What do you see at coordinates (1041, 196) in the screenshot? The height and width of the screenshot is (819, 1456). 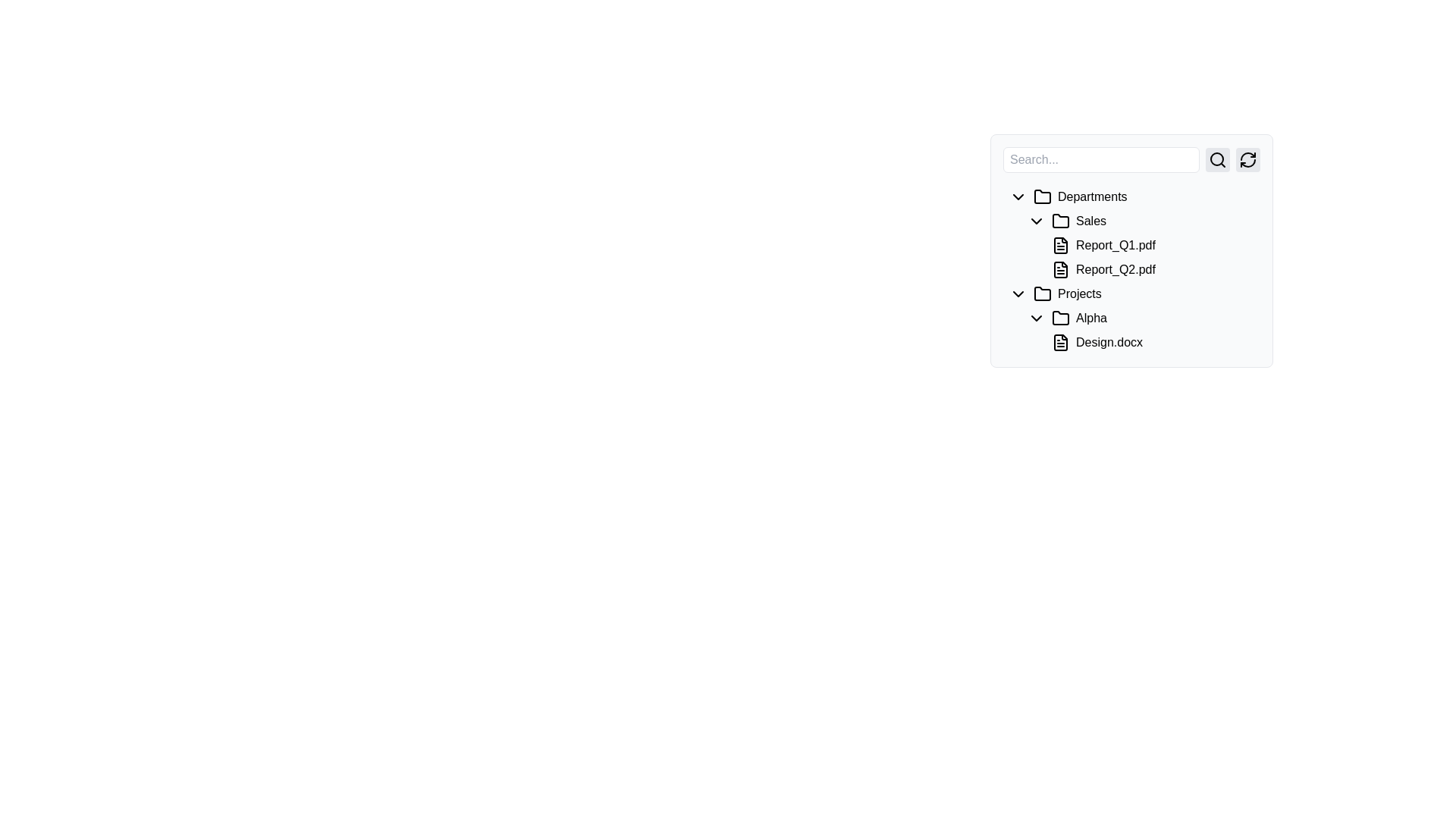 I see `the folder icon located in the navigation tree under the 'Departments' section, which has a black outline on a white background` at bounding box center [1041, 196].